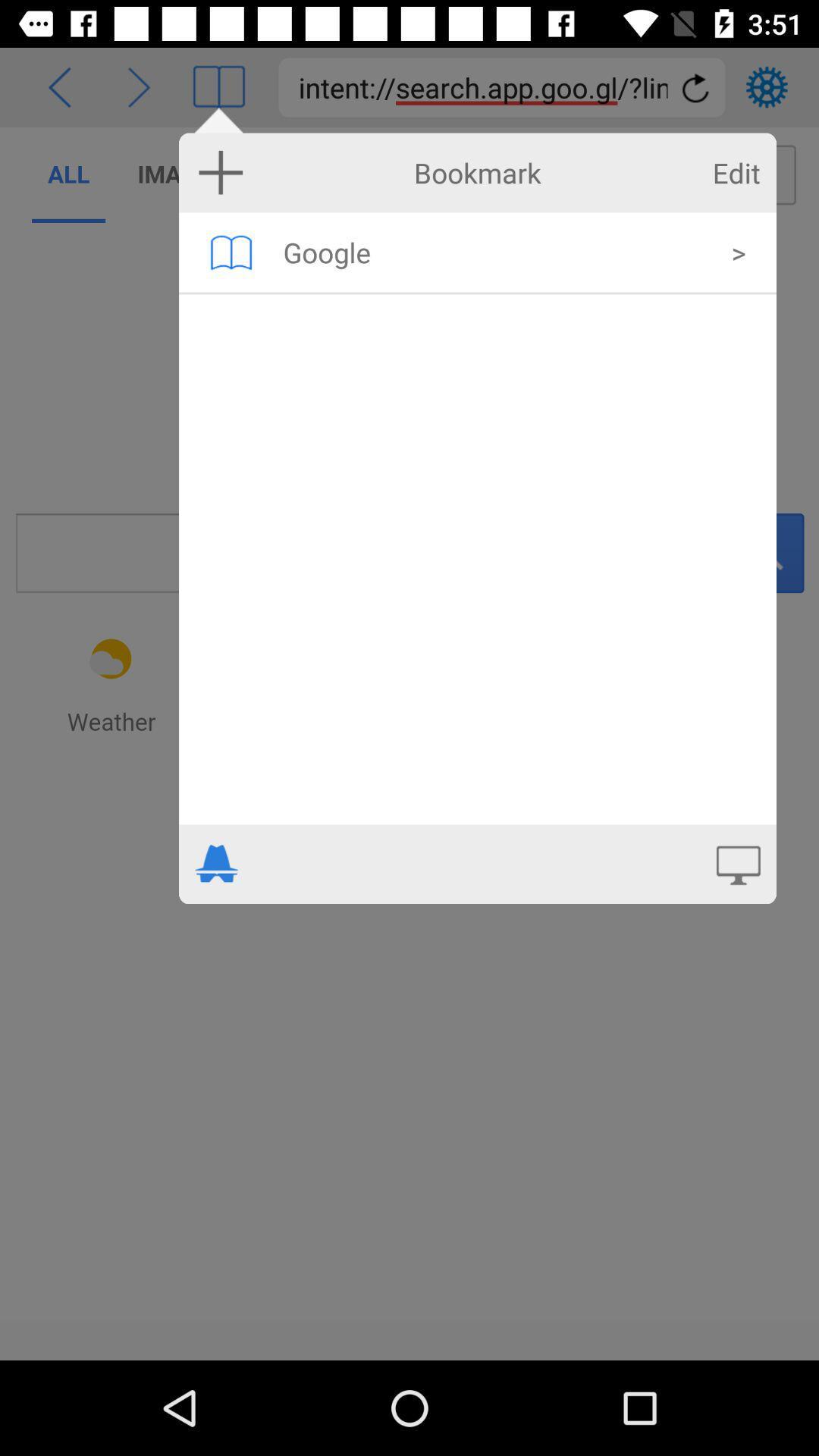 This screenshot has height=1456, width=819. What do you see at coordinates (738, 252) in the screenshot?
I see `the icon to the right of the google item` at bounding box center [738, 252].